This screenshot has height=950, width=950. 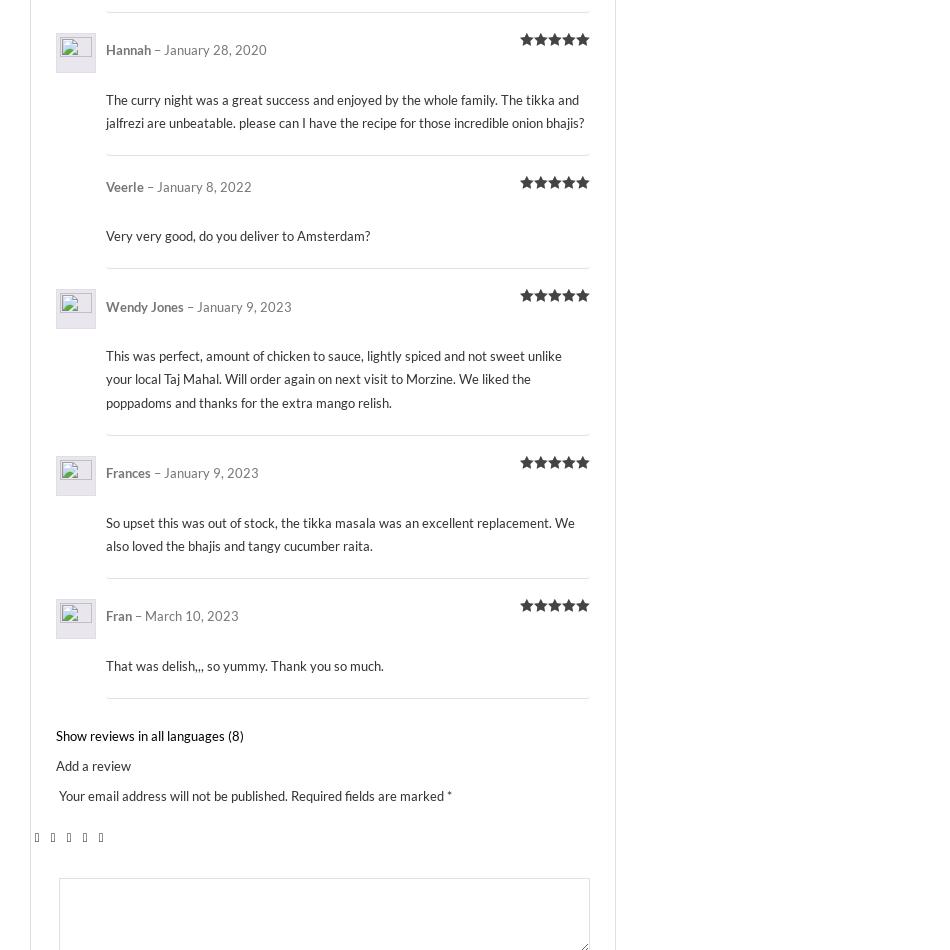 What do you see at coordinates (106, 533) in the screenshot?
I see `'So upset this was out of stock, the tikka masala was an excellent replacement. We also loved the bhajis and tangy cucumber raita.'` at bounding box center [106, 533].